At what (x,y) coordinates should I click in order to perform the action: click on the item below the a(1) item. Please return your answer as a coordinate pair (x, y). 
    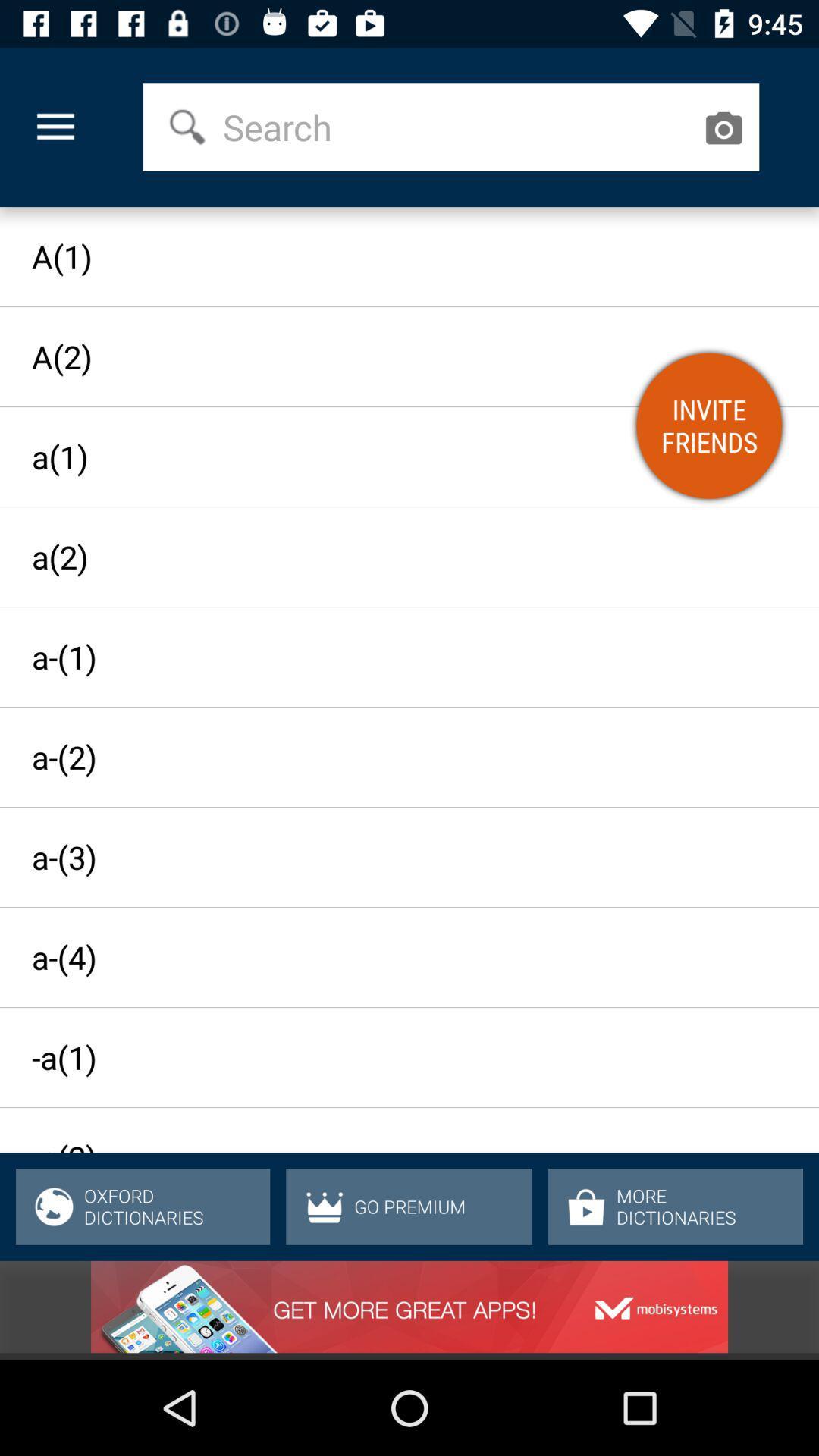
    Looking at the image, I should click on (709, 425).